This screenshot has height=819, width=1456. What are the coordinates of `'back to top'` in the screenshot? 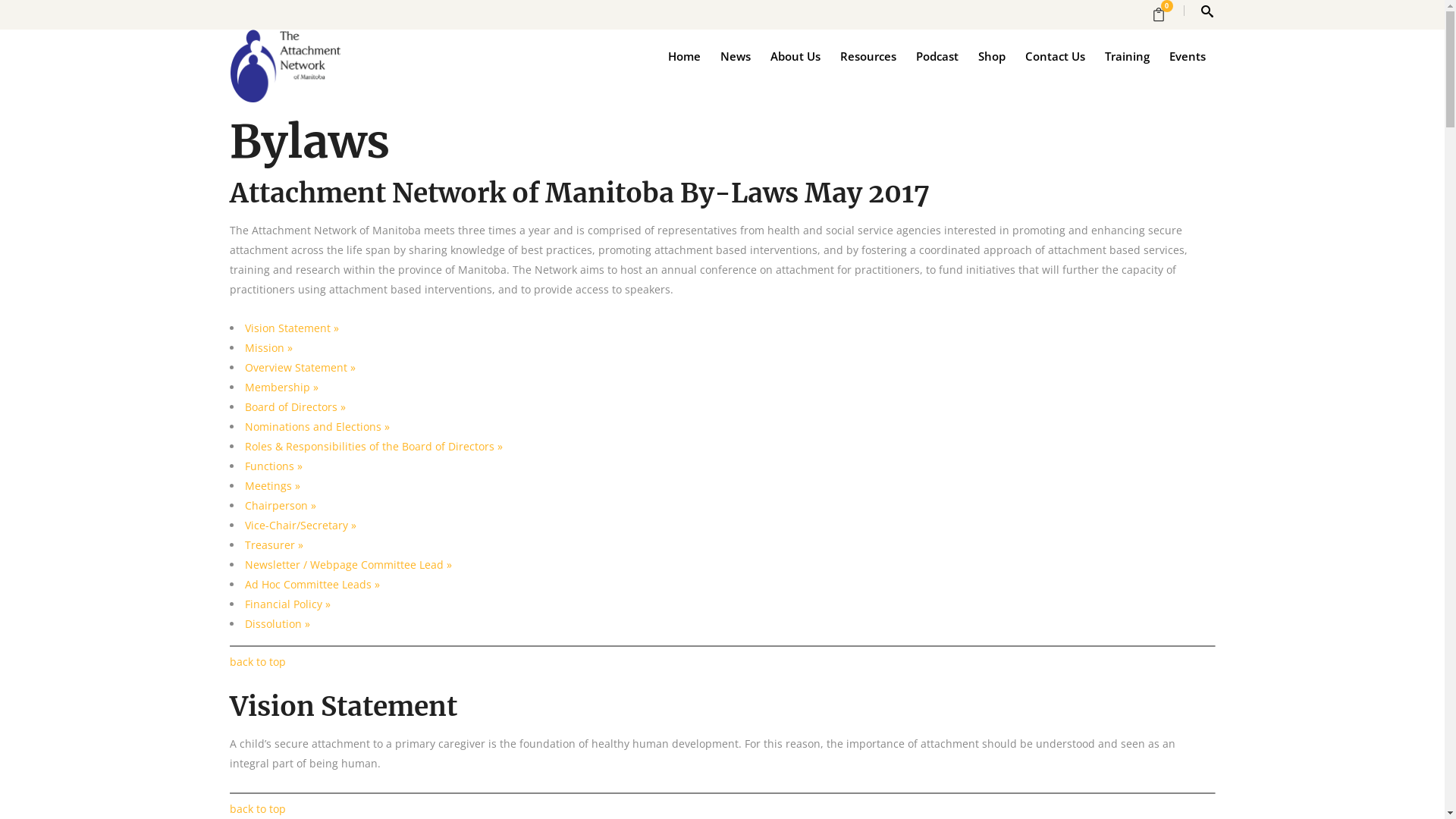 It's located at (228, 661).